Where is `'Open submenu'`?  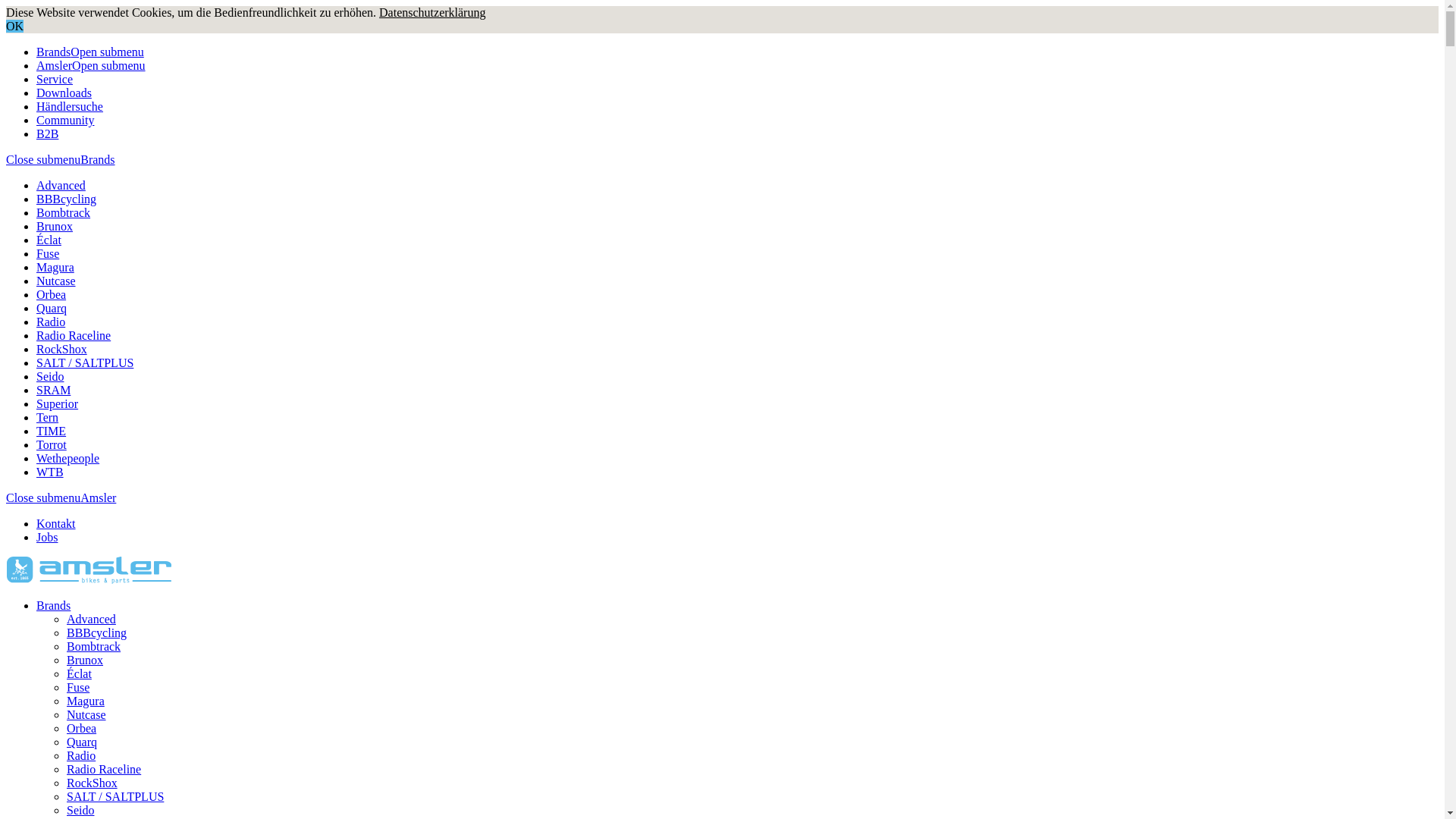 'Open submenu' is located at coordinates (105, 51).